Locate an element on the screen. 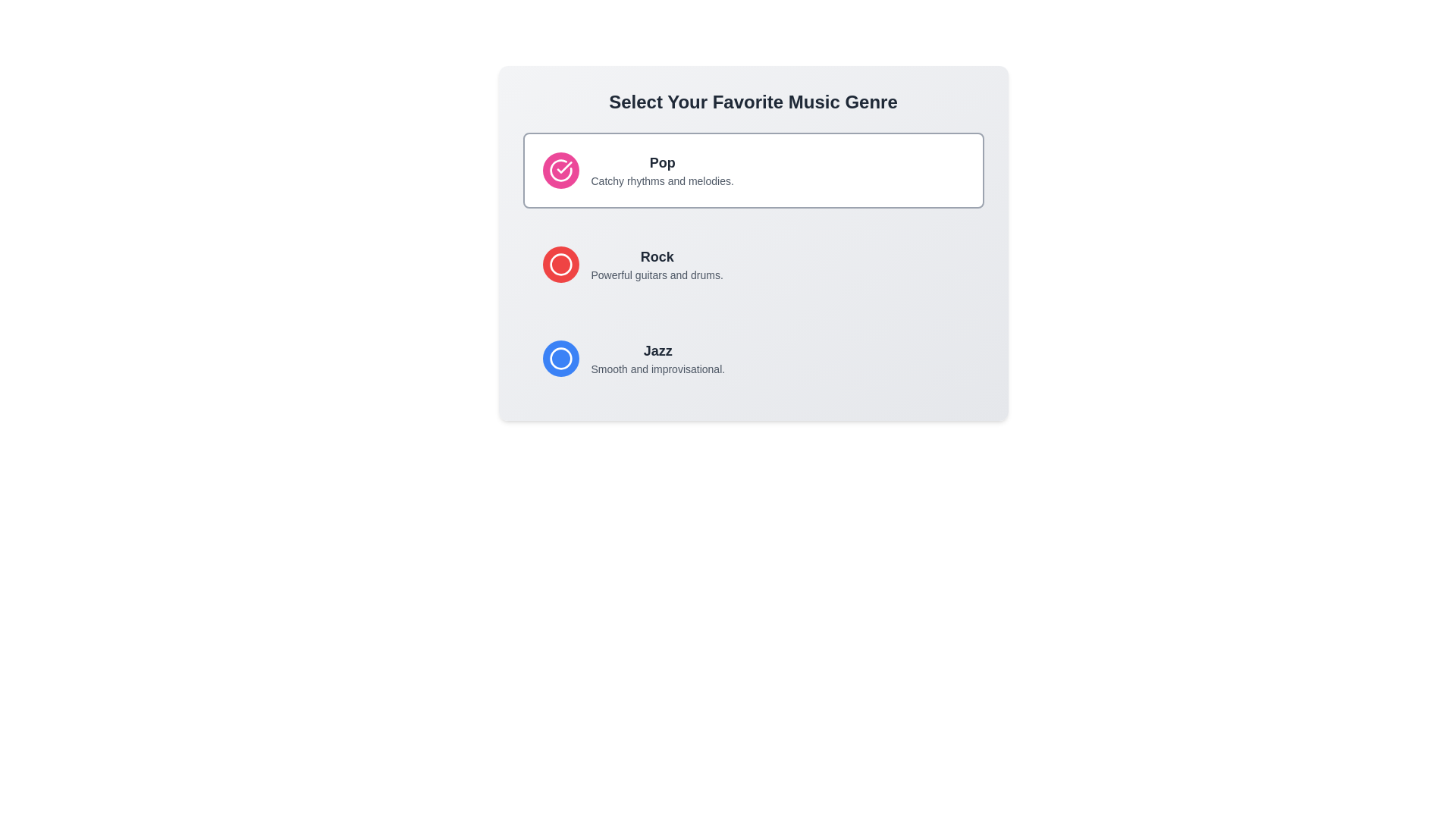 Image resolution: width=1456 pixels, height=819 pixels. the 'Rock' music genre text element, which is the second item in the list below 'Select Your Favorite Music Genre' is located at coordinates (657, 263).